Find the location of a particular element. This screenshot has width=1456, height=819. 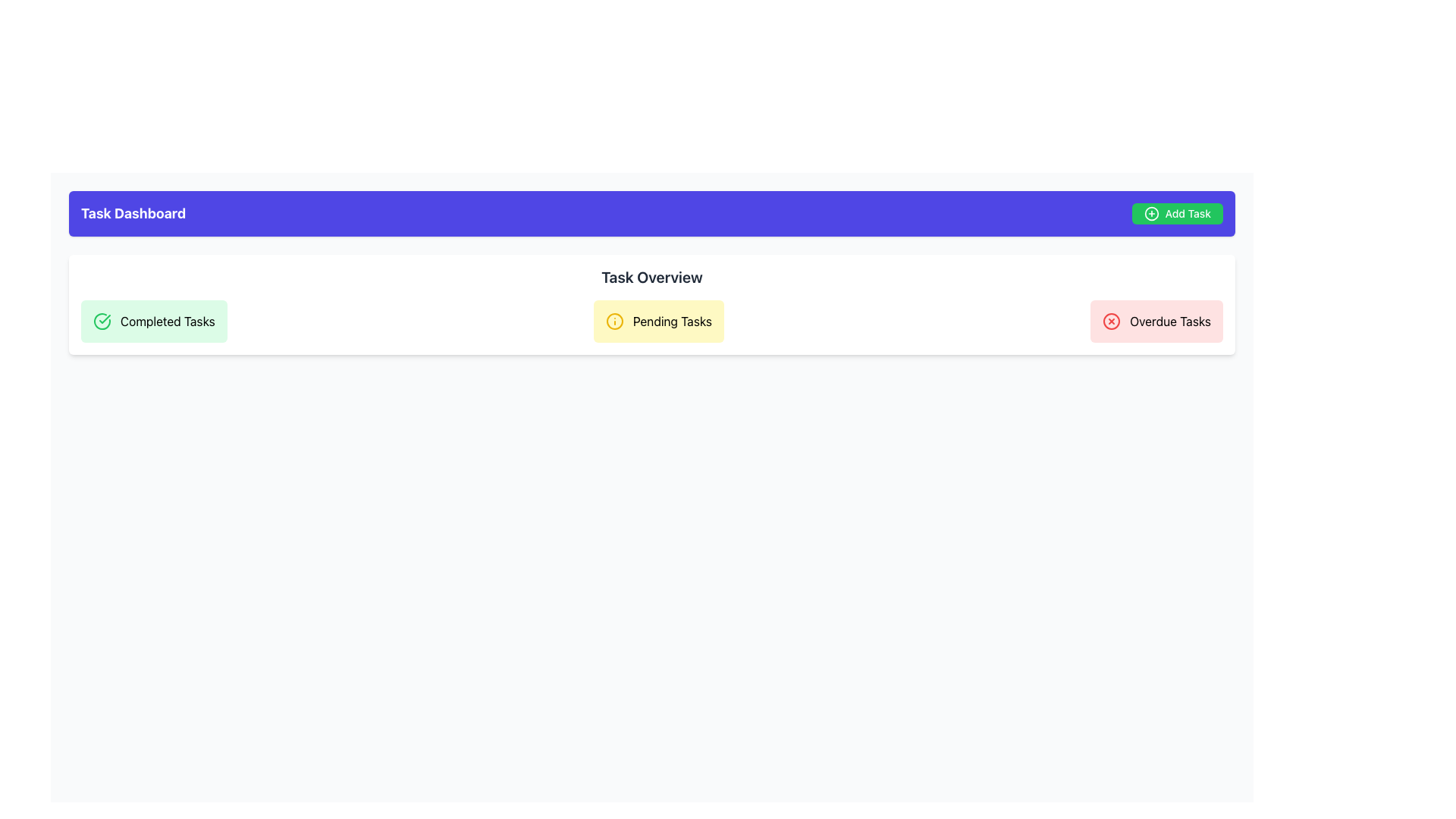

text from the 'Task Dashboard' heading located in the upper-left corner of the indigo-colored section is located at coordinates (133, 213).